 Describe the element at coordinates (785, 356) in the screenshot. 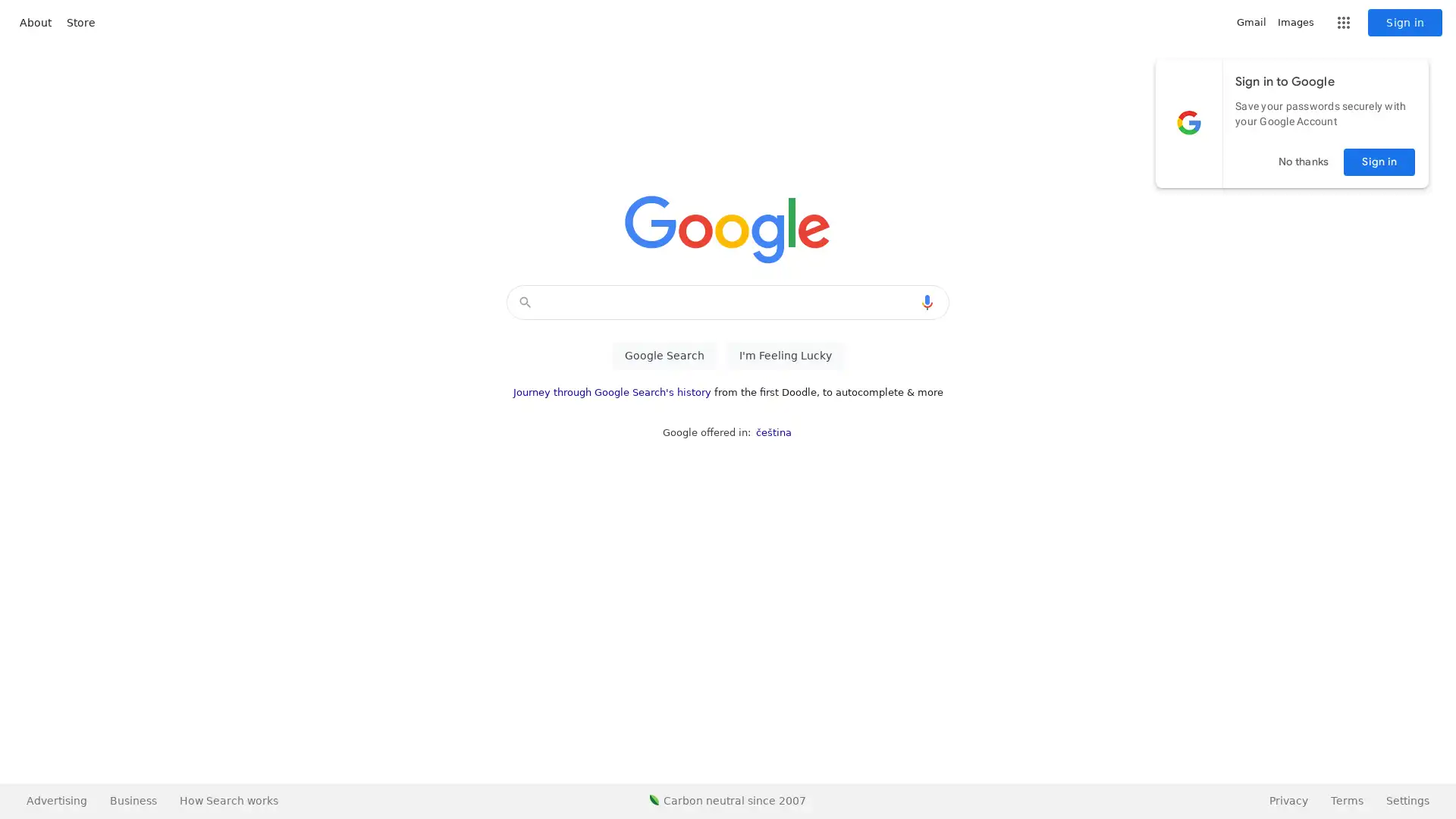

I see `I'm Feeling Lucky` at that location.